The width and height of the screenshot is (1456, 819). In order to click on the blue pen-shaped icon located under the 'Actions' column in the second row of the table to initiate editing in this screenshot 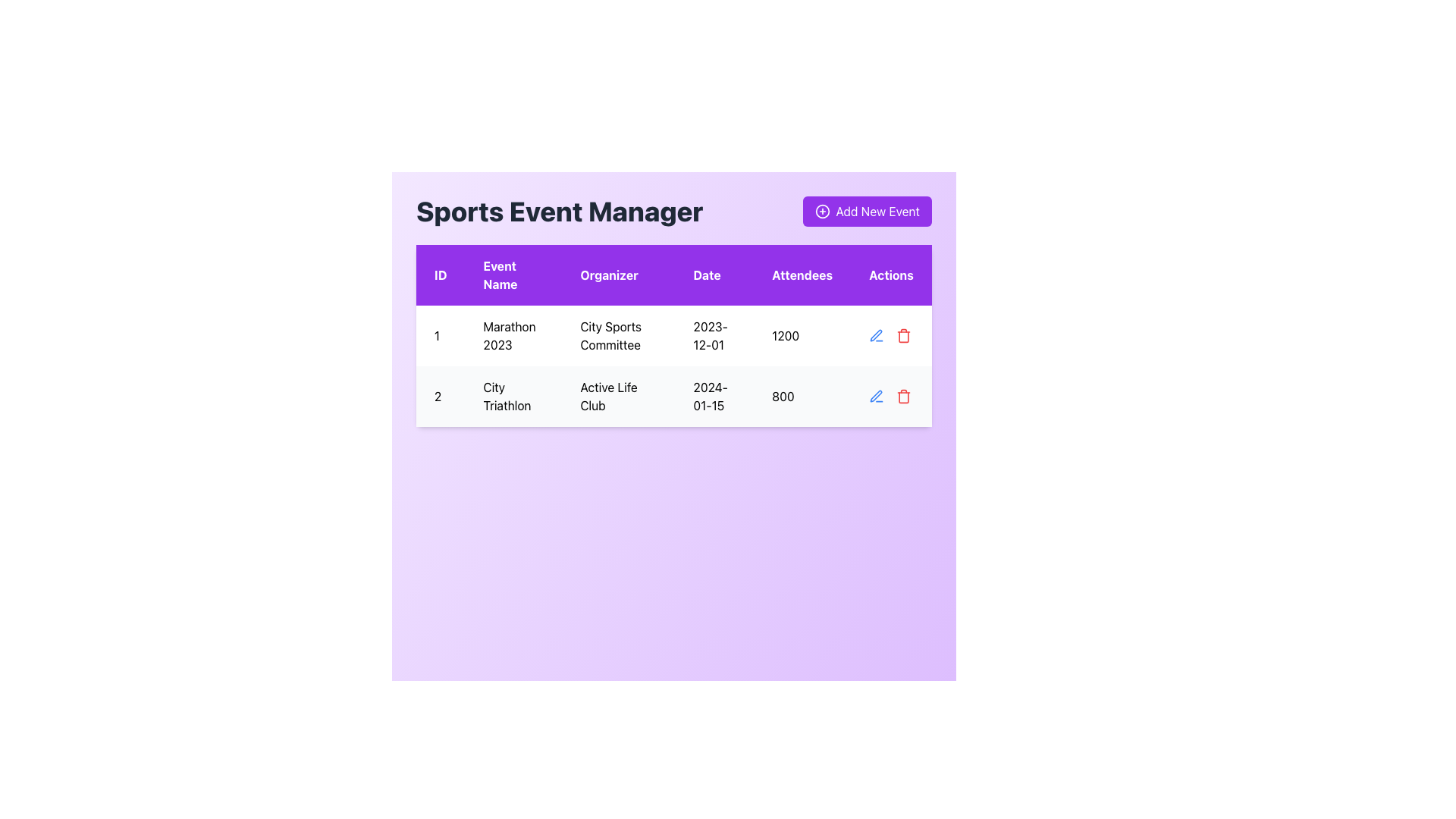, I will do `click(877, 335)`.